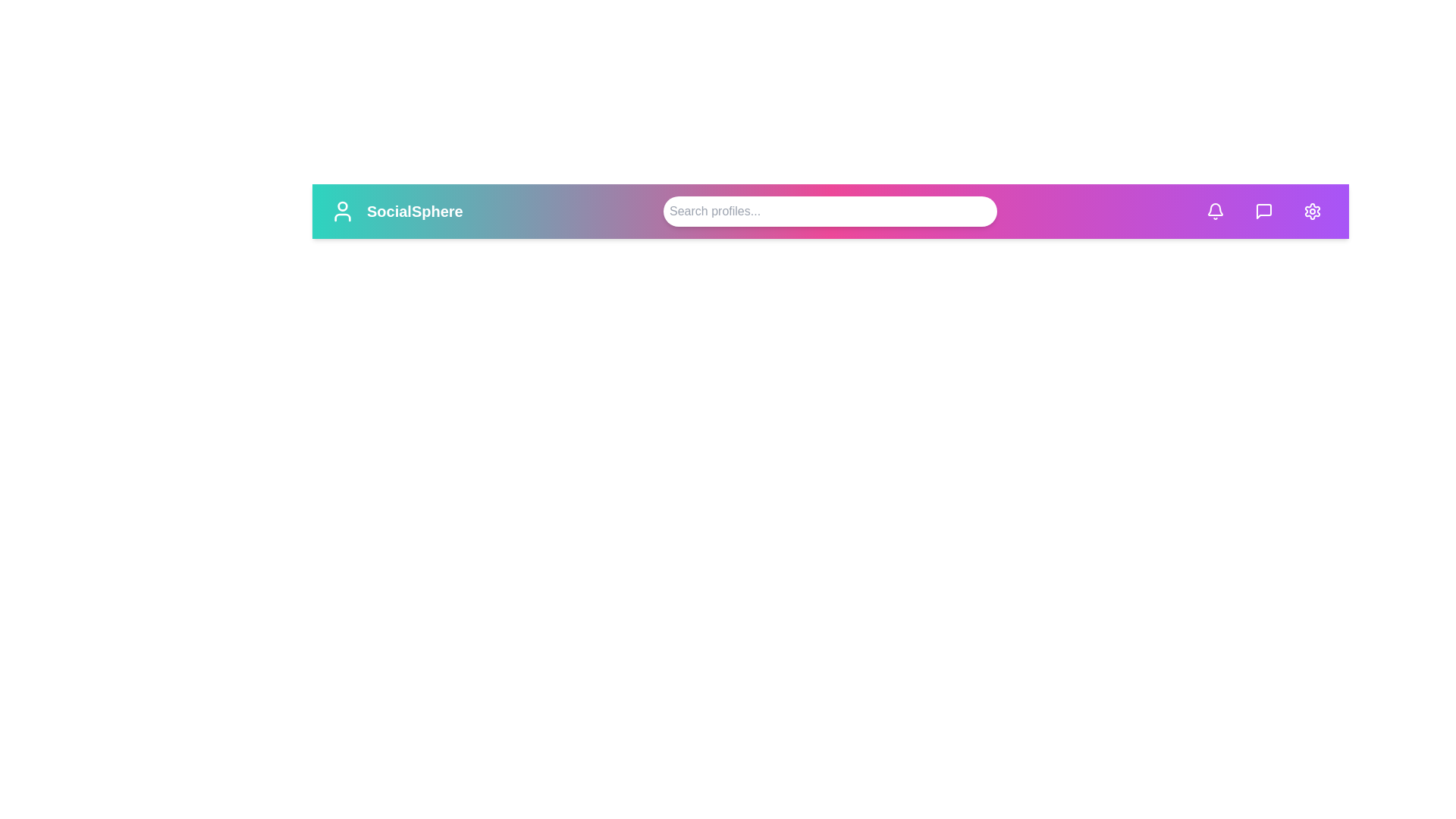  I want to click on the user icon to view the profile, so click(341, 211).